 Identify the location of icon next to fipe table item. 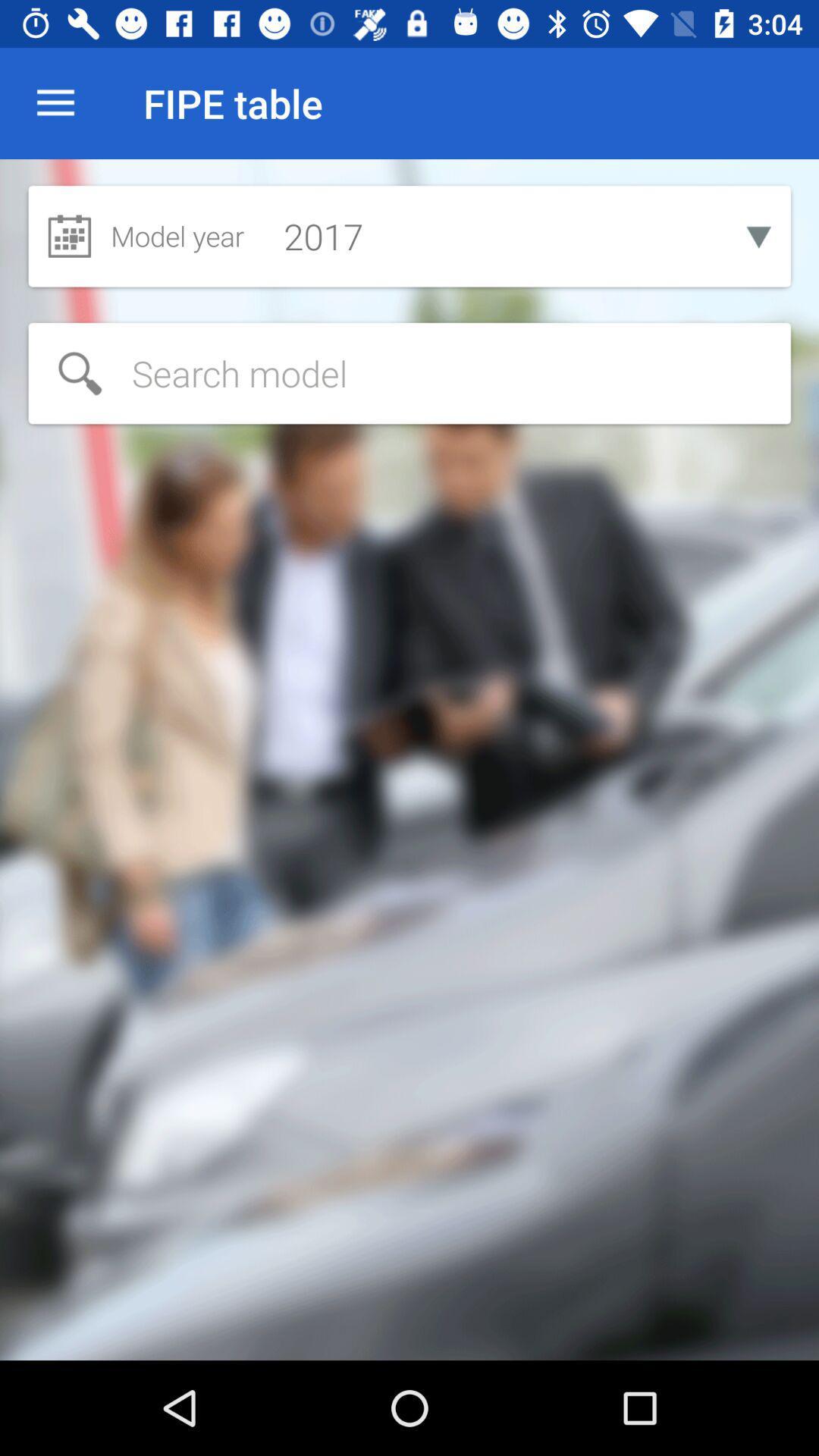
(55, 102).